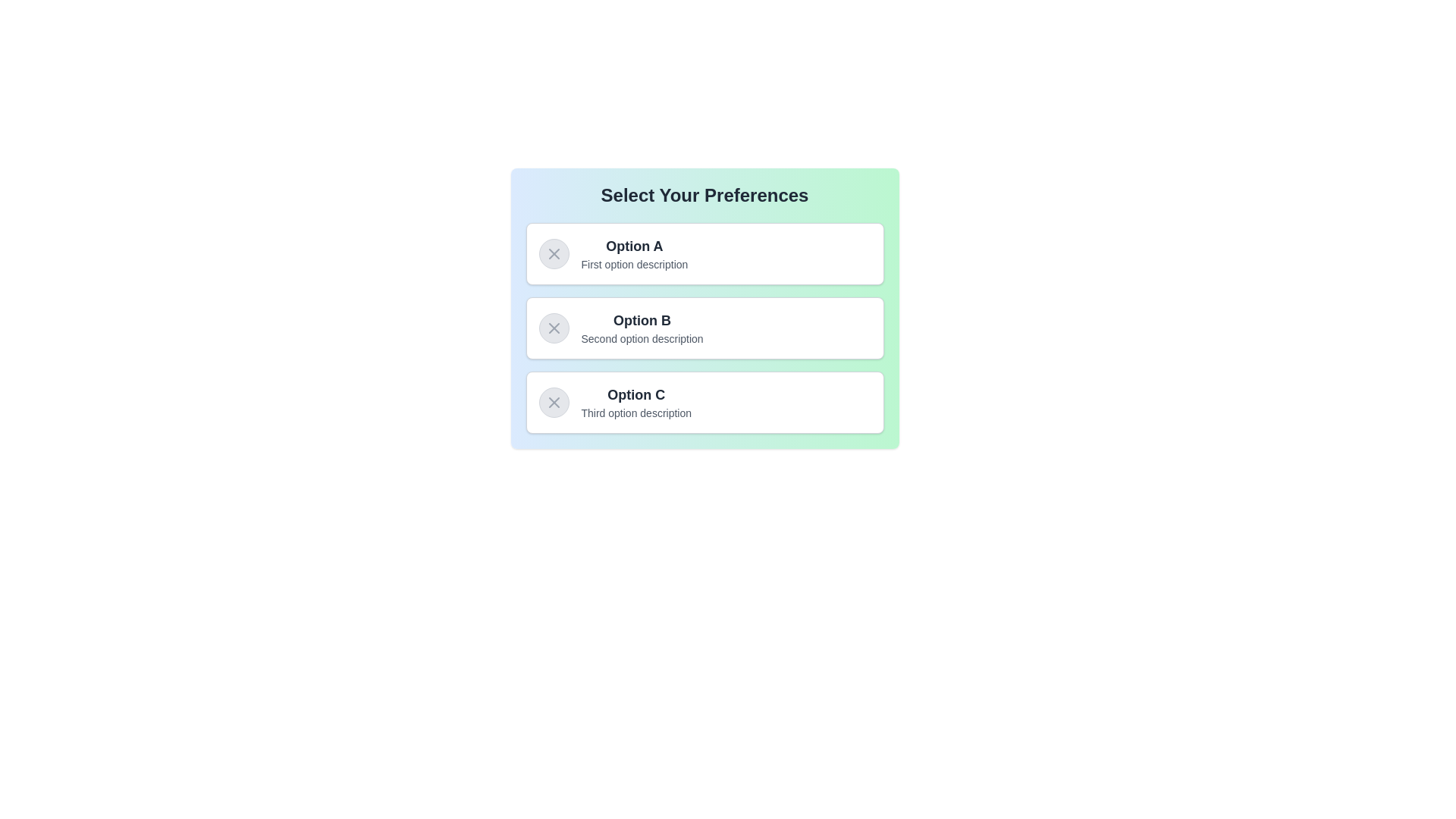 The height and width of the screenshot is (819, 1456). What do you see at coordinates (704, 308) in the screenshot?
I see `the second selectable option titled 'Option B' in the preferences panel` at bounding box center [704, 308].